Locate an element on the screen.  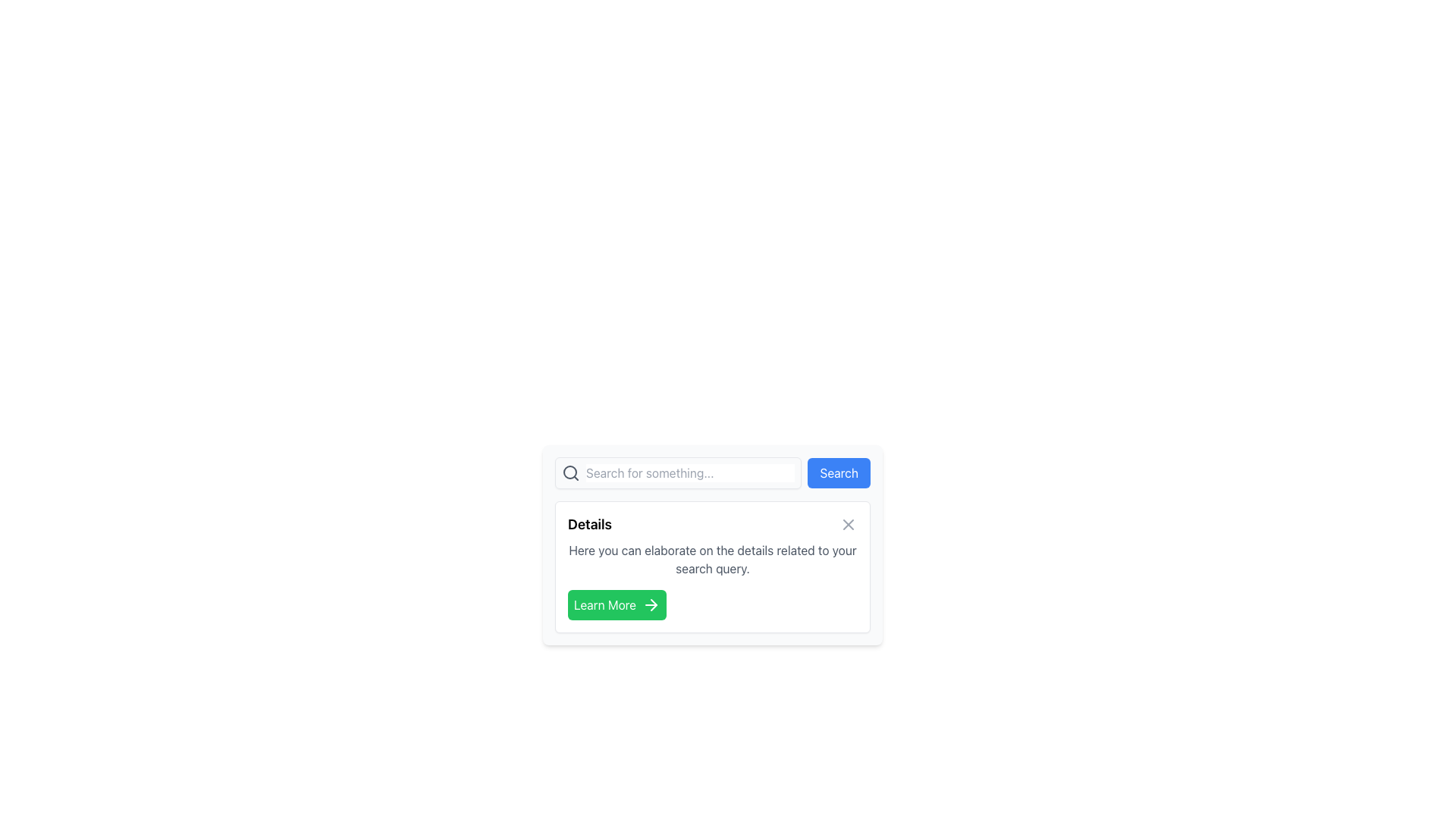
the rightward-pointing arrow icon adjacent to the 'Learn More' button for potential UI effects is located at coordinates (651, 604).